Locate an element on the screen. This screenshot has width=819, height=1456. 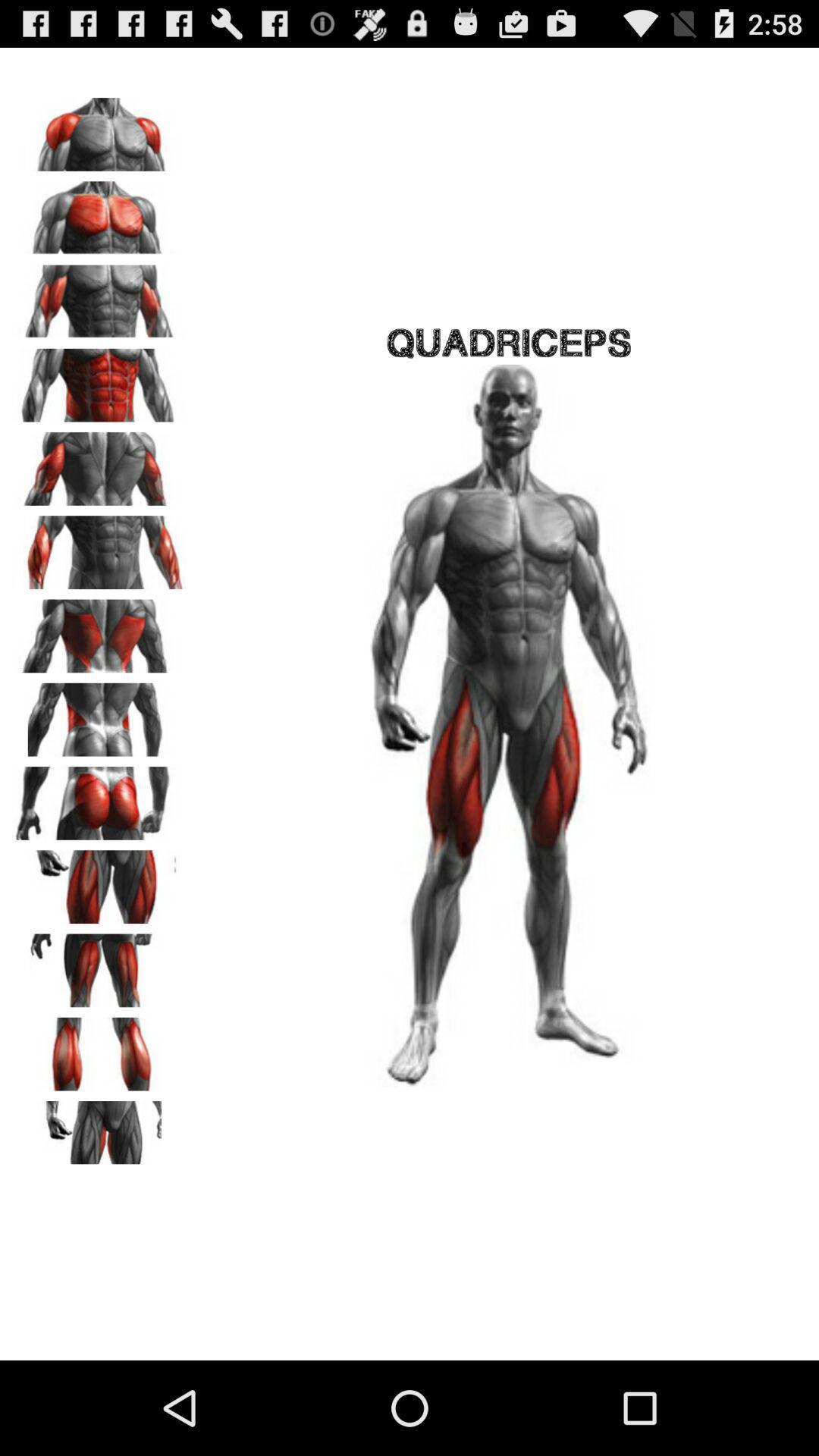
hamstrings is located at coordinates (99, 1048).